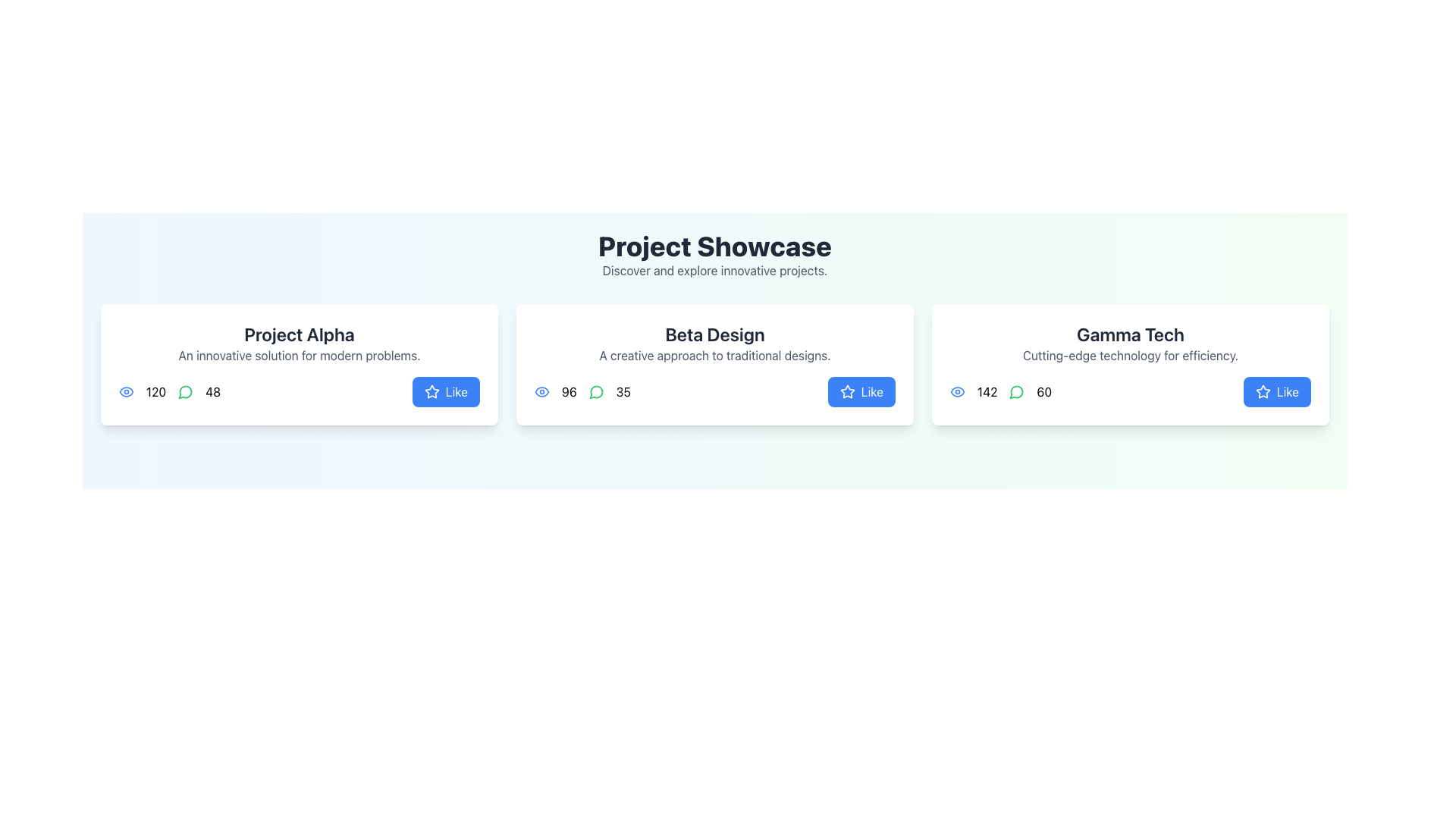 The width and height of the screenshot is (1456, 819). Describe the element at coordinates (714, 245) in the screenshot. I see `the prominently styled text displaying the title 'Project Showcase', which is large, bold, and in dark gray color, located centrally at the top of the section above the subtitle 'Discover and explore innovative projects'` at that location.